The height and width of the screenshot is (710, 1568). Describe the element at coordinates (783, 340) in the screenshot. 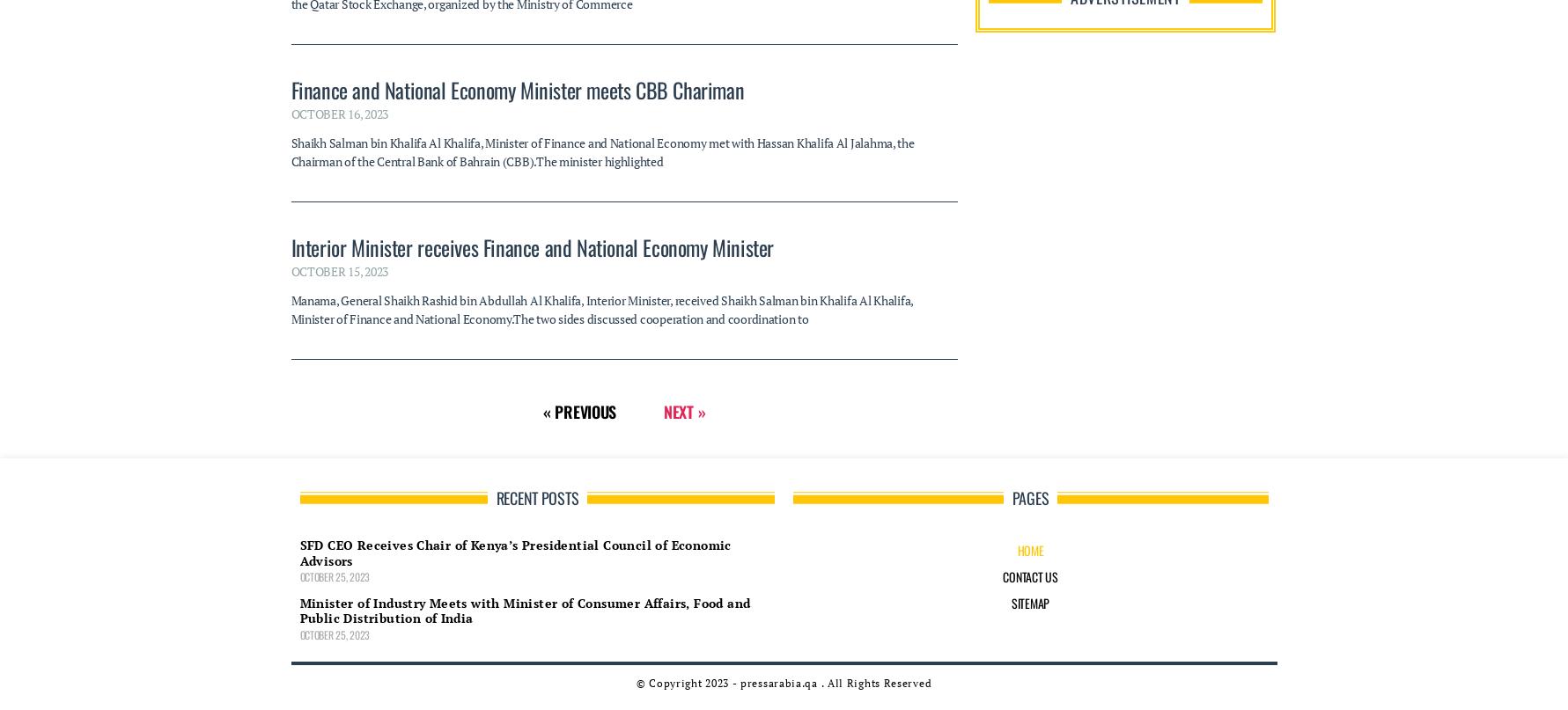

I see `'© Copyright 2023 - pressarabia.qa . All Rights Reserved'` at that location.